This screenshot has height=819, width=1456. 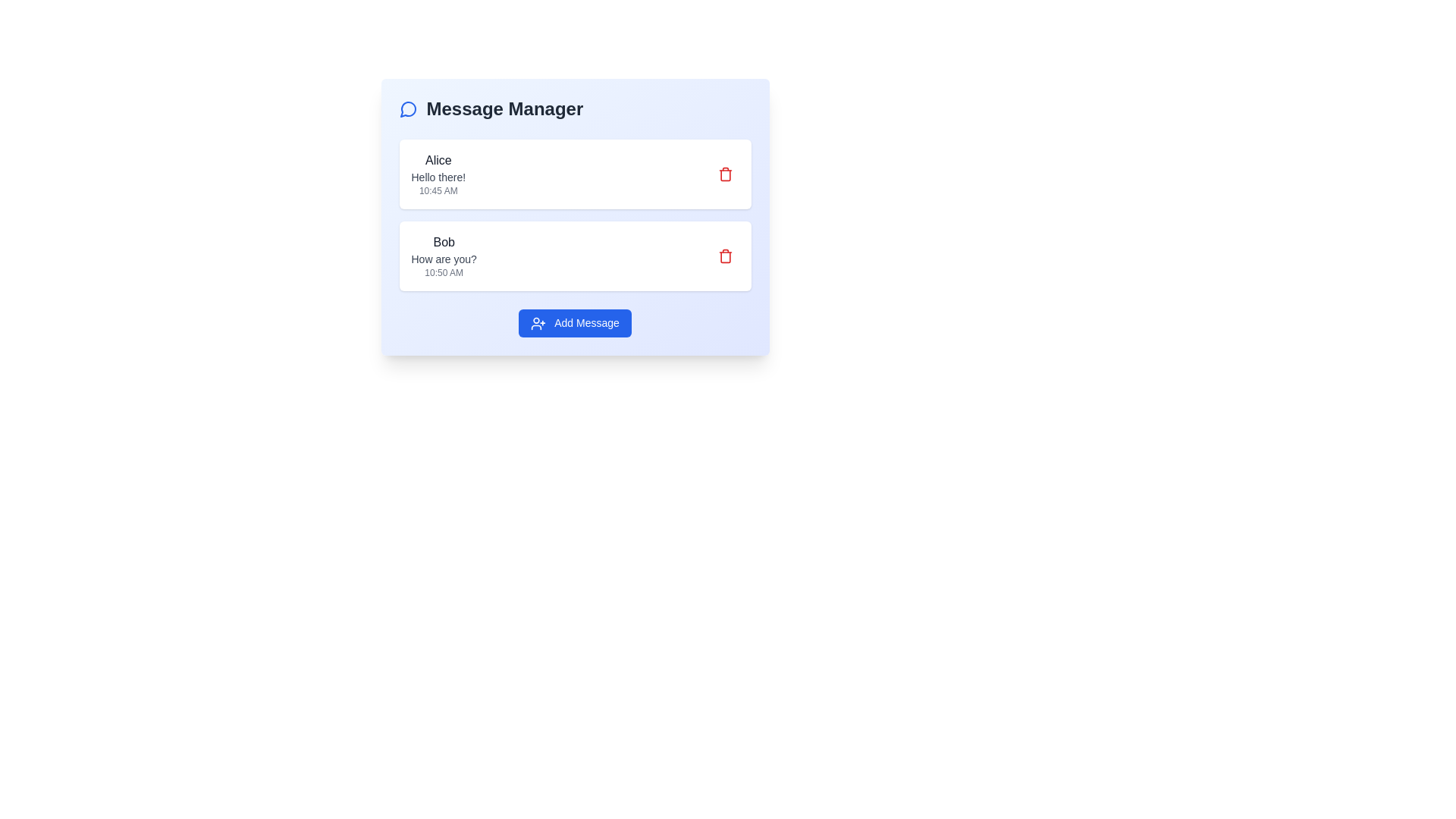 I want to click on Text Label element displaying 'Alice', which is a medium-weight, dark gray header located in the 'Message Manager' section, above the text 'Hello there!' and '10:45 AM', so click(x=438, y=161).